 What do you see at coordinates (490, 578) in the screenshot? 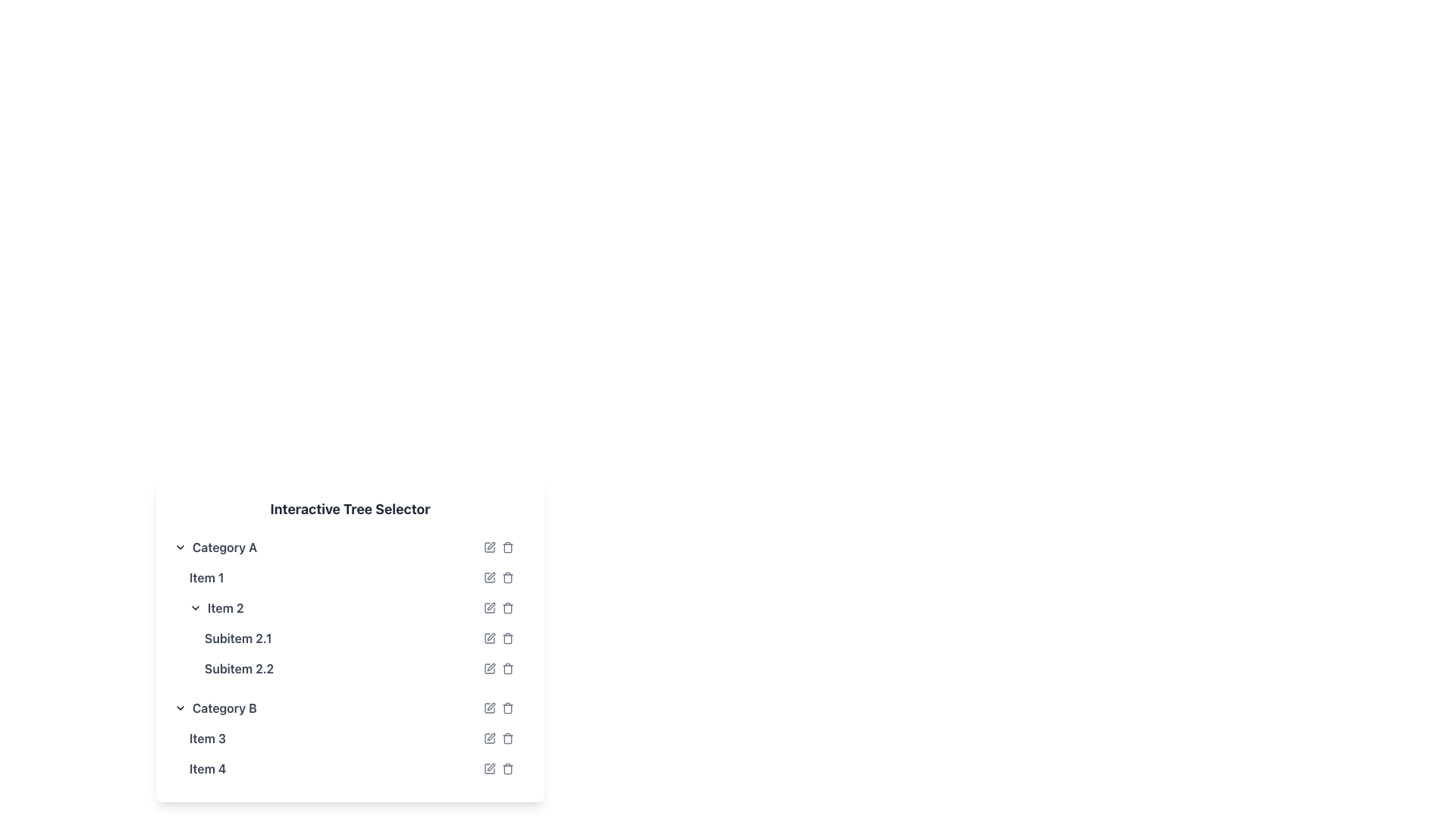
I see `the geometric square icon with a gray stroke adjacent to 'Item 1' in the tree-selector layout` at bounding box center [490, 578].